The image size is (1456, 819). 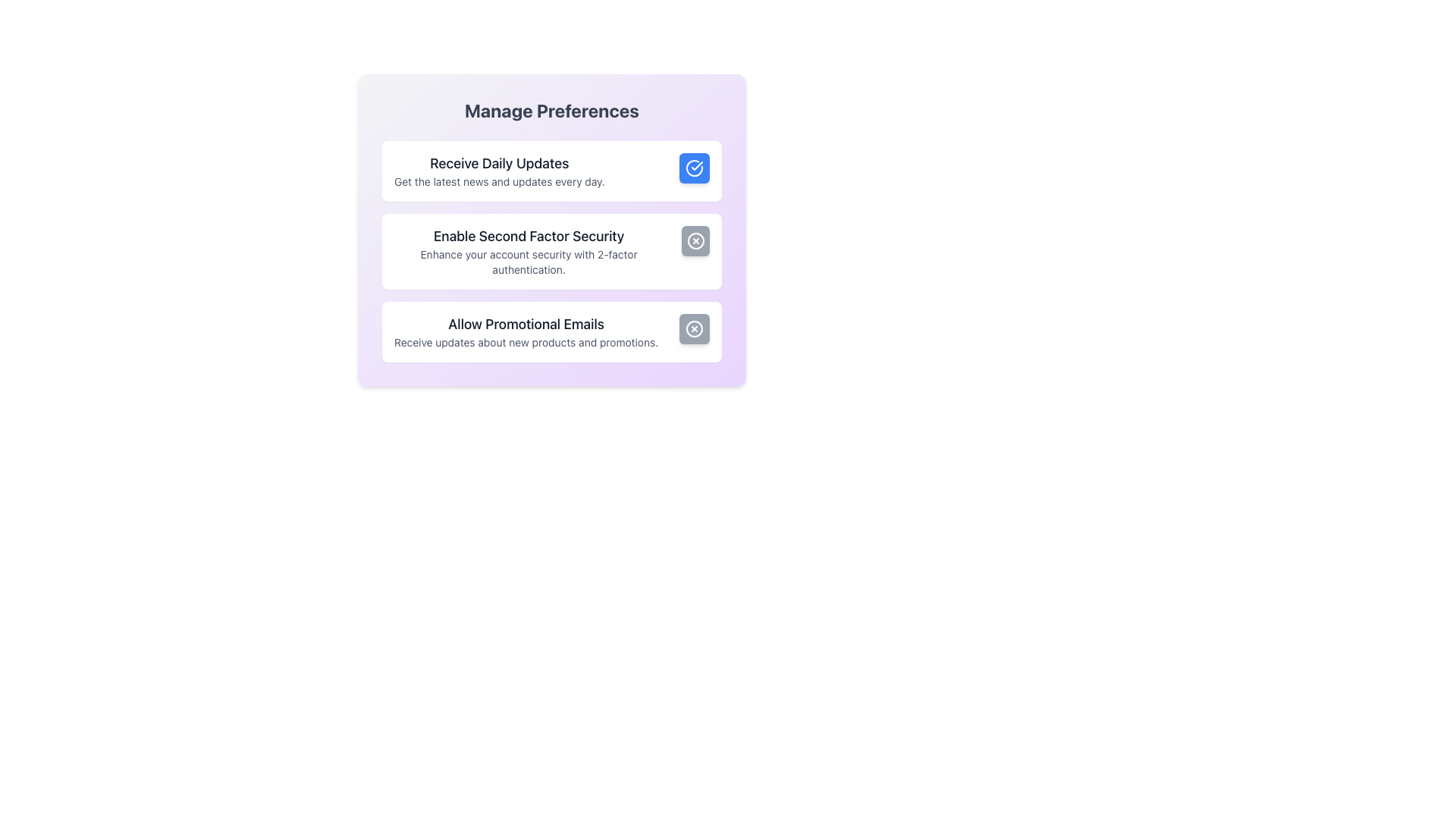 I want to click on the Text Group that encourages users to enable two-factor authentication, located at the center of the card between 'Receive Daily Updates' and 'Allow Promotional Emails', so click(x=529, y=250).